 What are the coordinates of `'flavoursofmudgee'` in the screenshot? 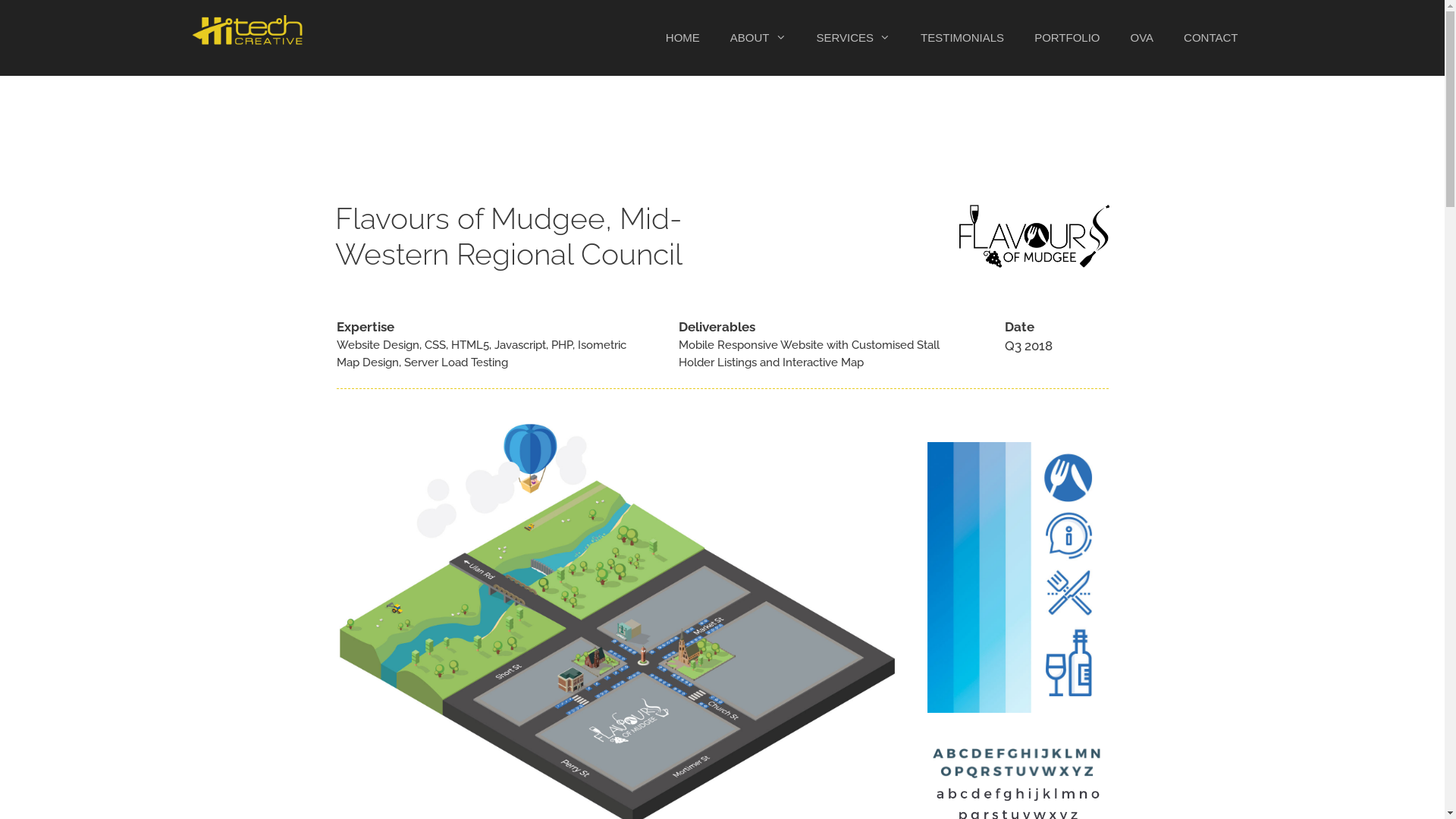 It's located at (1033, 236).